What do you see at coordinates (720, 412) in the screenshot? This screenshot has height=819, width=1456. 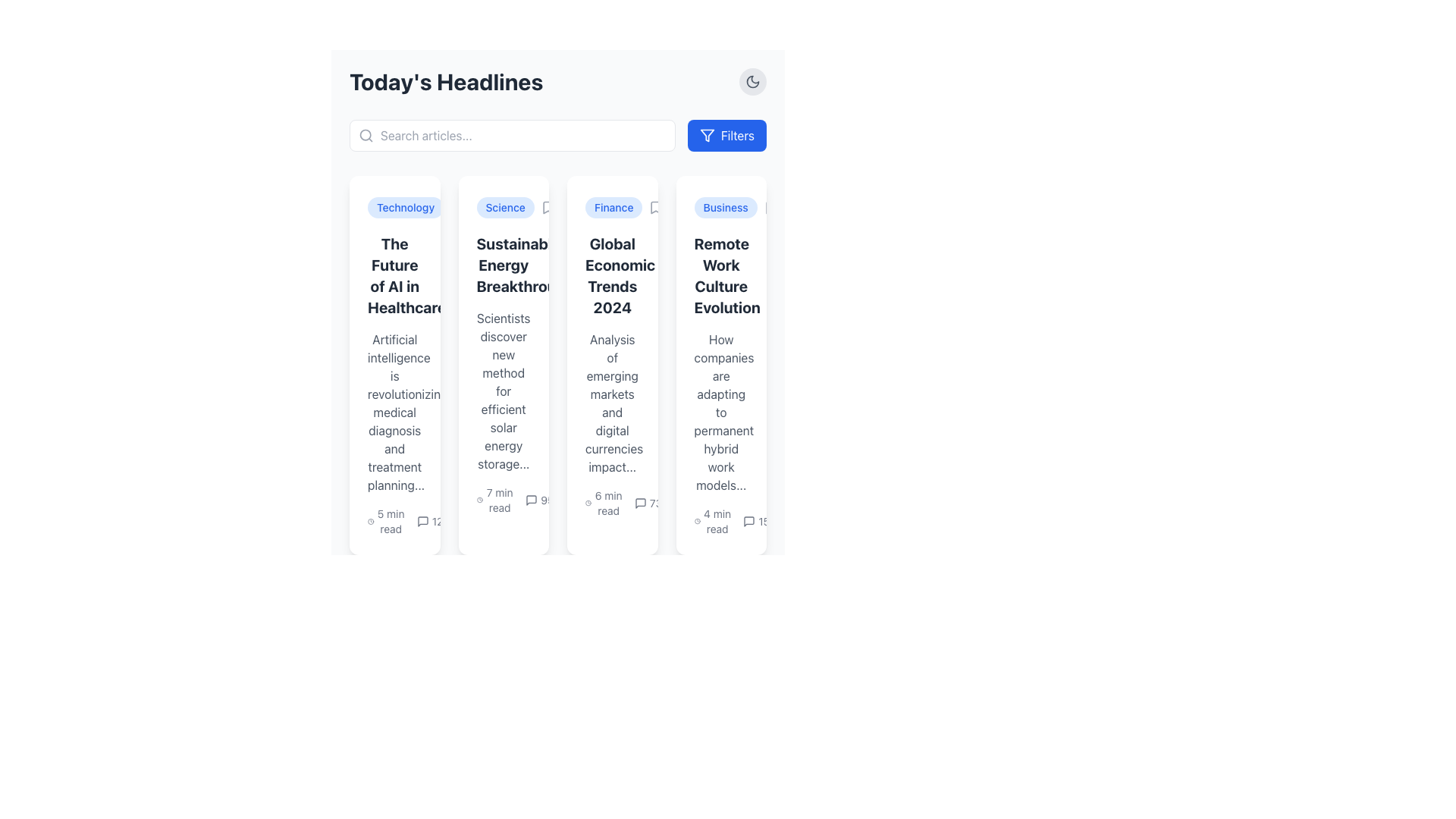 I see `the text label displaying 'How companies are adapting to permanent hybrid work models...' which is located below the title 'Remote Work Culture Evolution' in the fourth column of a horizontally scrolling list of cards` at bounding box center [720, 412].